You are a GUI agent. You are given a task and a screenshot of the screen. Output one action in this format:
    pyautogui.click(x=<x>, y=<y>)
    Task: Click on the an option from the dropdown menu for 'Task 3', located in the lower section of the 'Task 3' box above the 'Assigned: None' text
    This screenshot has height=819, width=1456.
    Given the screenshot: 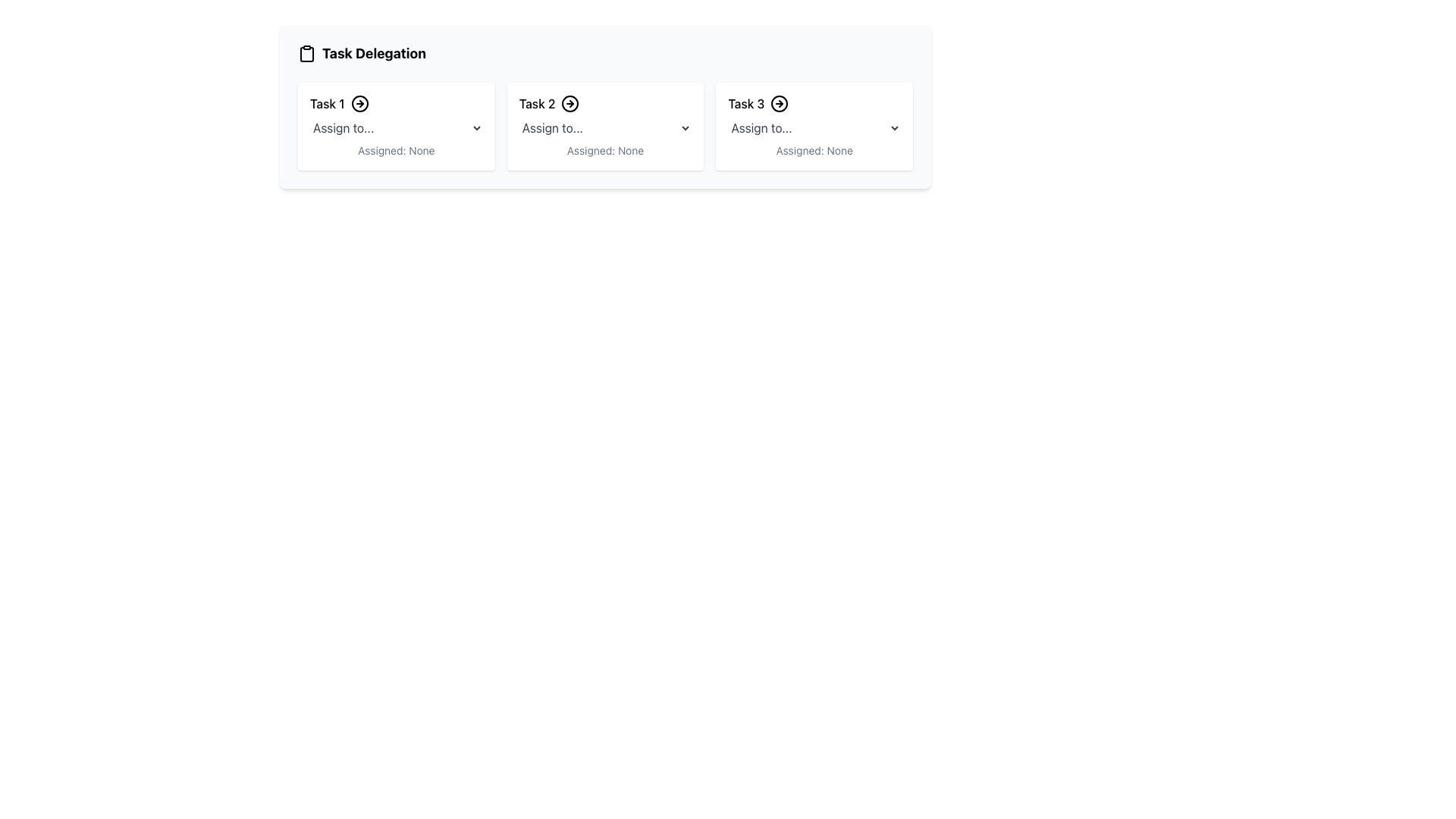 What is the action you would take?
    pyautogui.click(x=814, y=127)
    